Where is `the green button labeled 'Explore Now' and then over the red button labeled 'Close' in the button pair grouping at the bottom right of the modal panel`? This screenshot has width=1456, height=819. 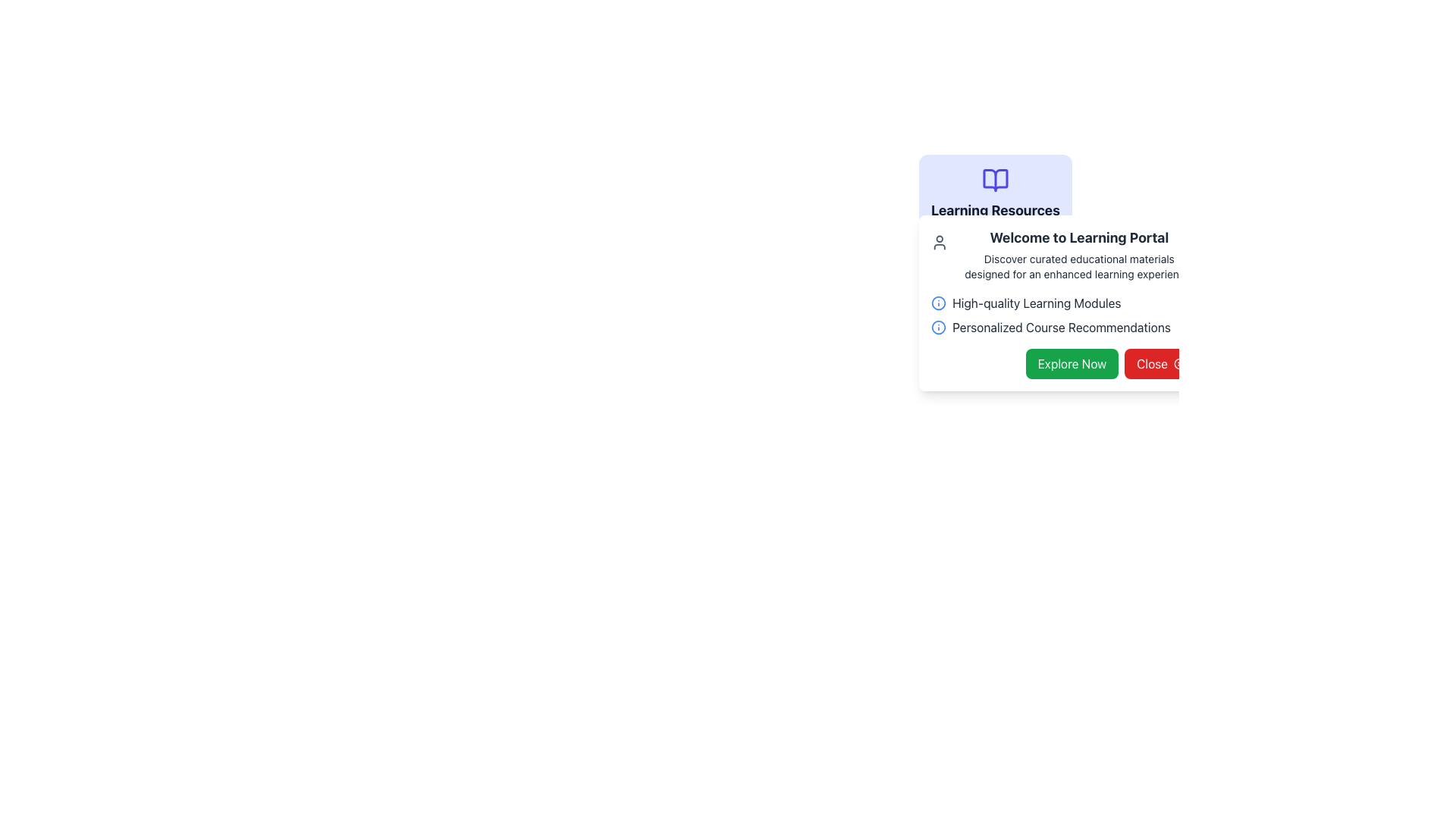
the green button labeled 'Explore Now' and then over the red button labeled 'Close' in the button pair grouping at the bottom right of the modal panel is located at coordinates (1064, 363).